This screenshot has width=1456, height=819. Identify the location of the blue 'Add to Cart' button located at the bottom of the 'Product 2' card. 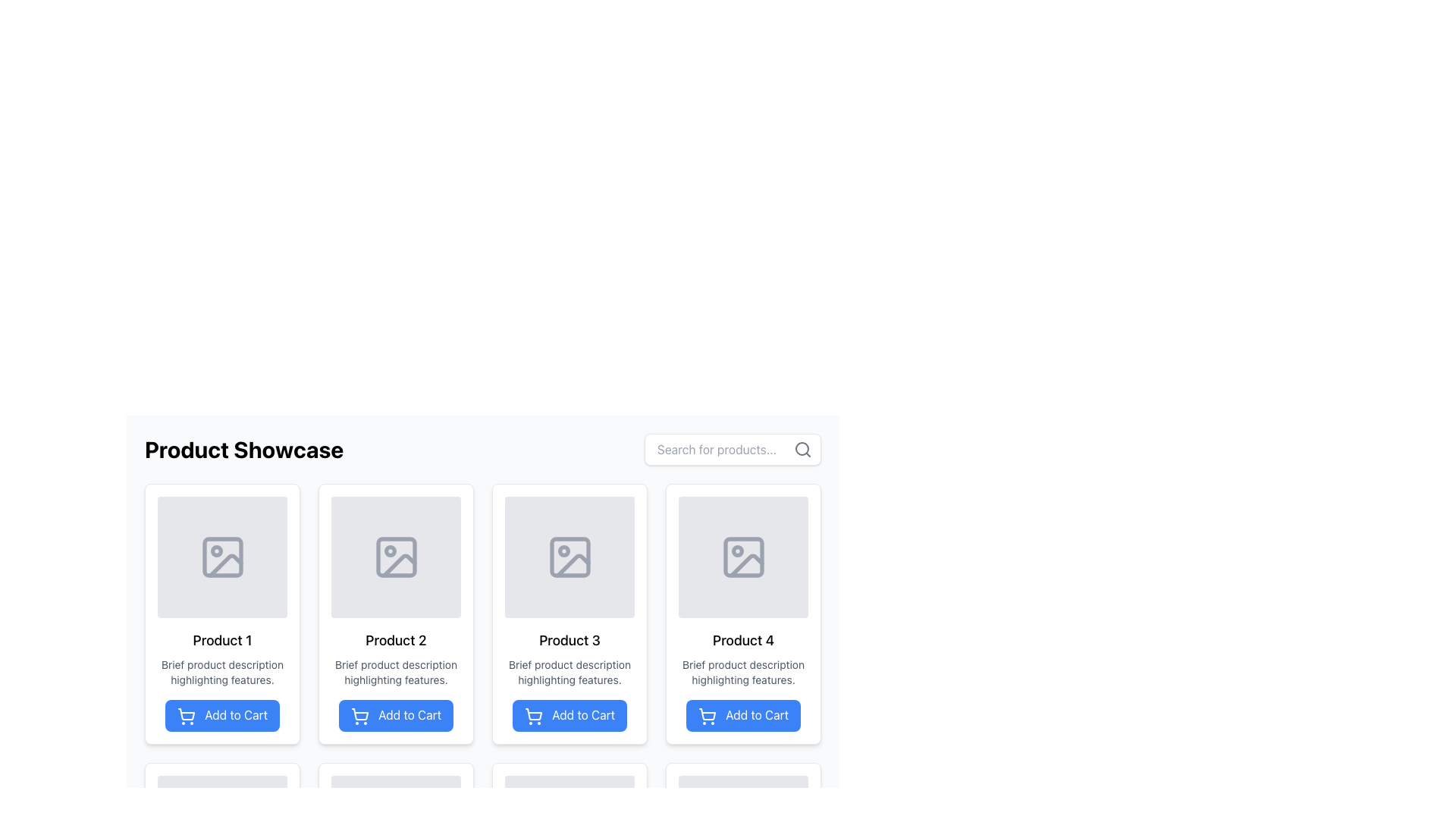
(396, 715).